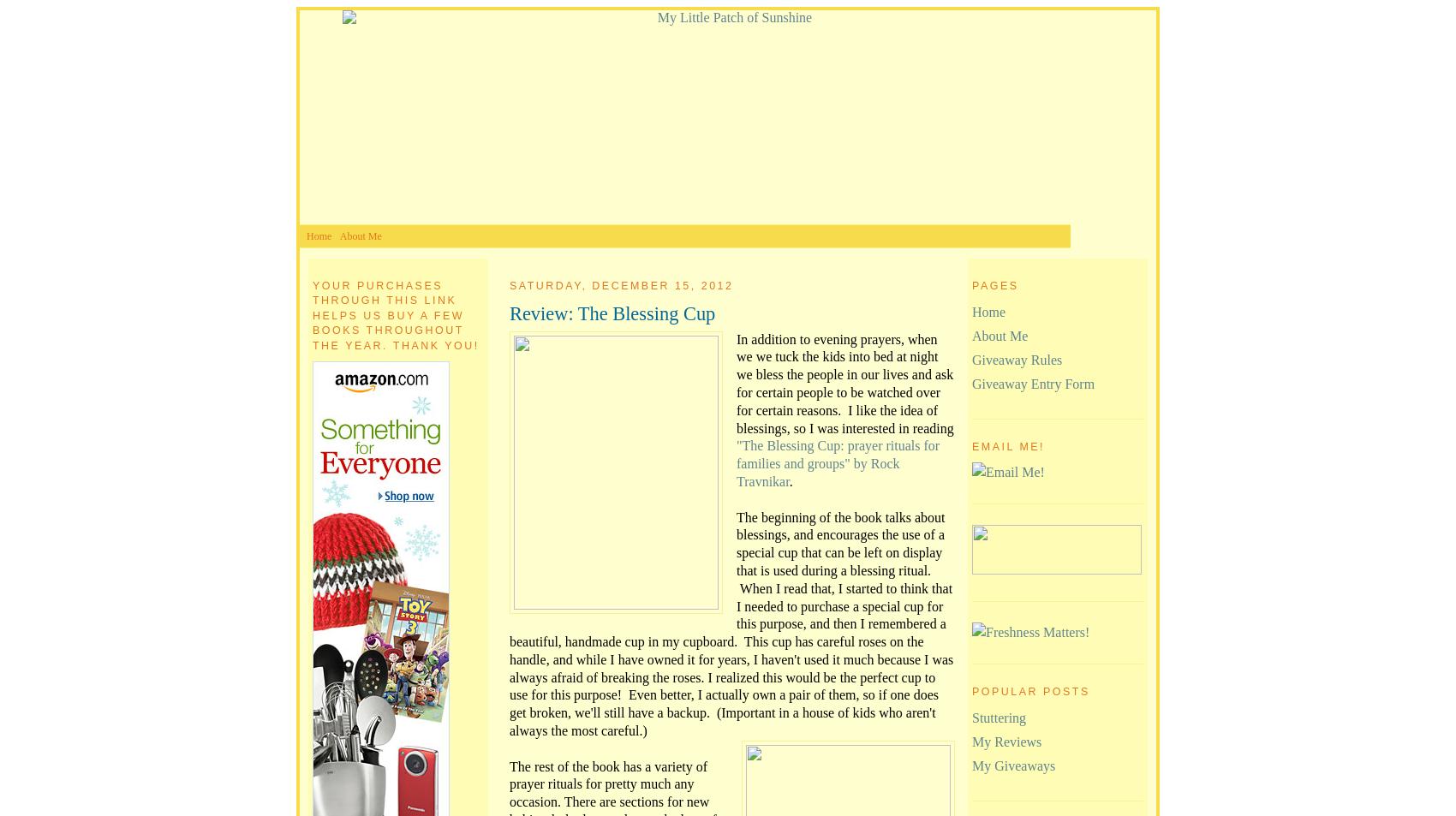  Describe the element at coordinates (1012, 765) in the screenshot. I see `'My Giveaways'` at that location.